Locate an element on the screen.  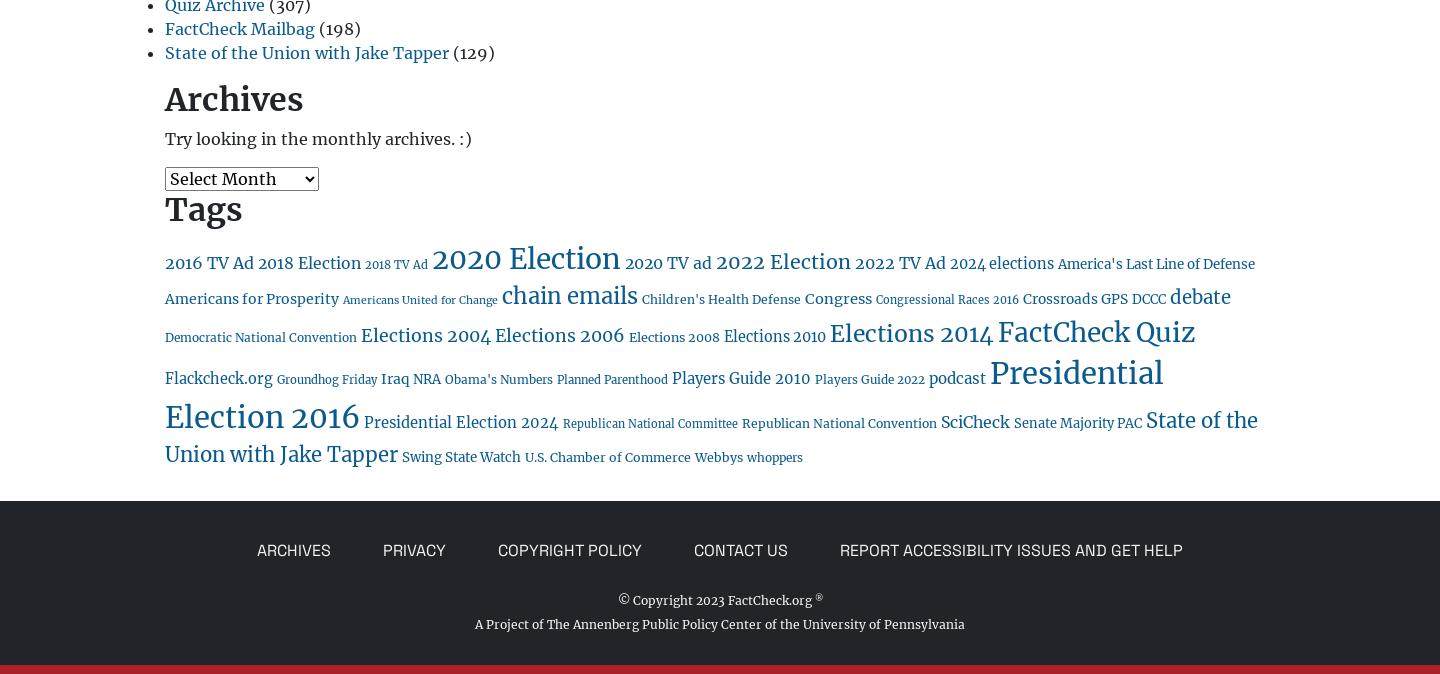
'Webbys' is located at coordinates (718, 456).